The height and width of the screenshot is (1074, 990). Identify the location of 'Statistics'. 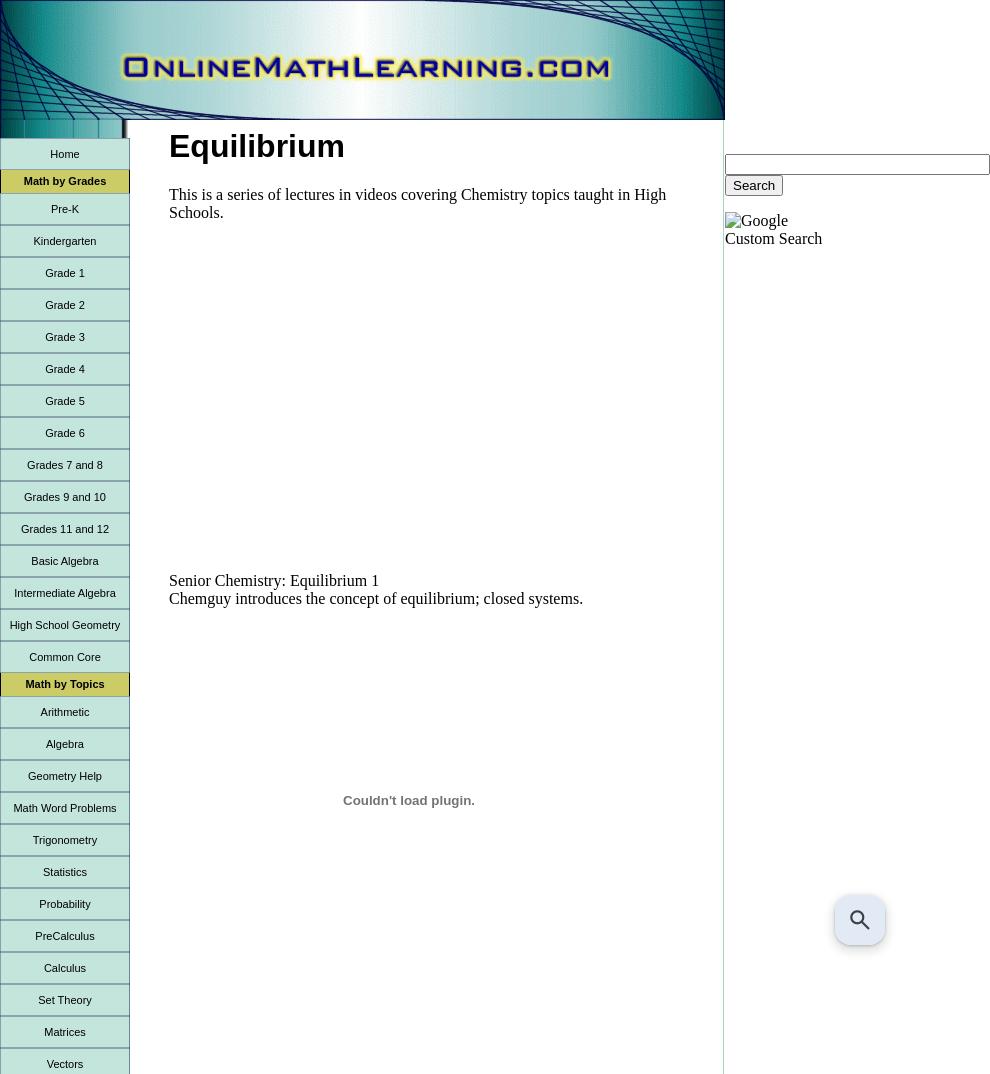
(40, 870).